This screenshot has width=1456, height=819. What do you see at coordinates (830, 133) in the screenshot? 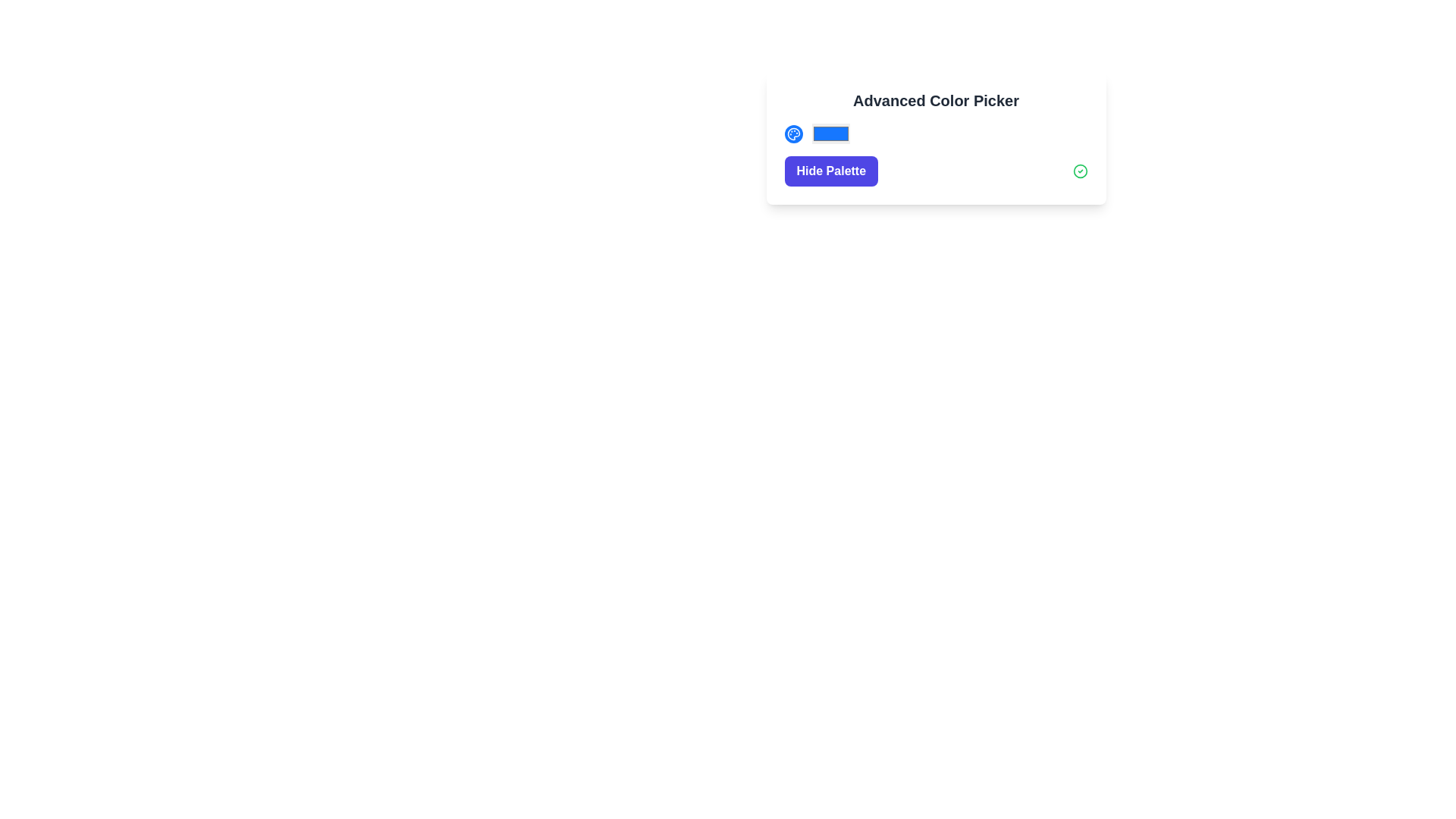
I see `the color input element located beside the circular palette icon in the 'Advanced Color Picker' section` at bounding box center [830, 133].